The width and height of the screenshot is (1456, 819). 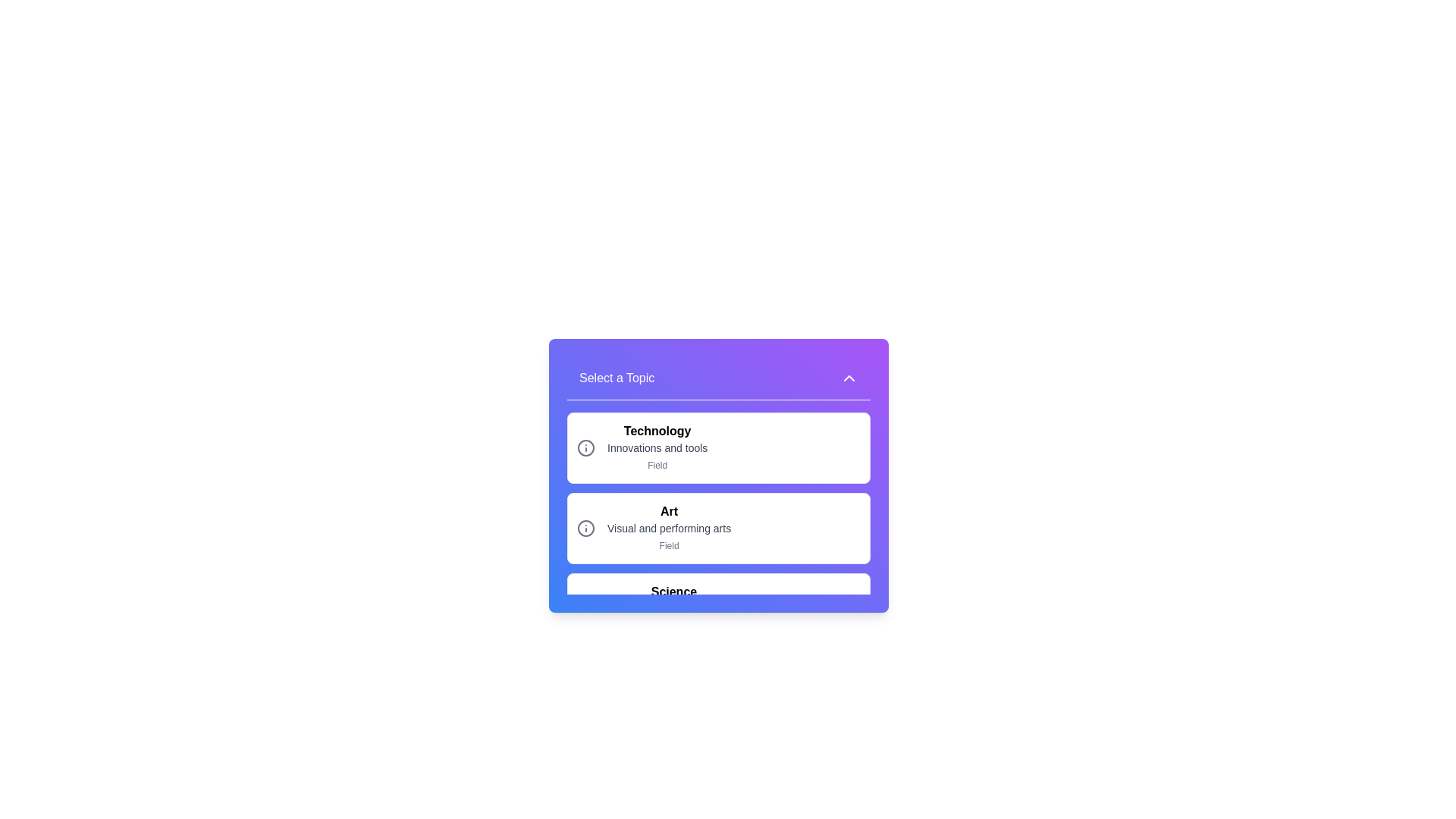 I want to click on the uppermost Descriptive card in the selection list under the 'Select a Topic' header, so click(x=657, y=447).